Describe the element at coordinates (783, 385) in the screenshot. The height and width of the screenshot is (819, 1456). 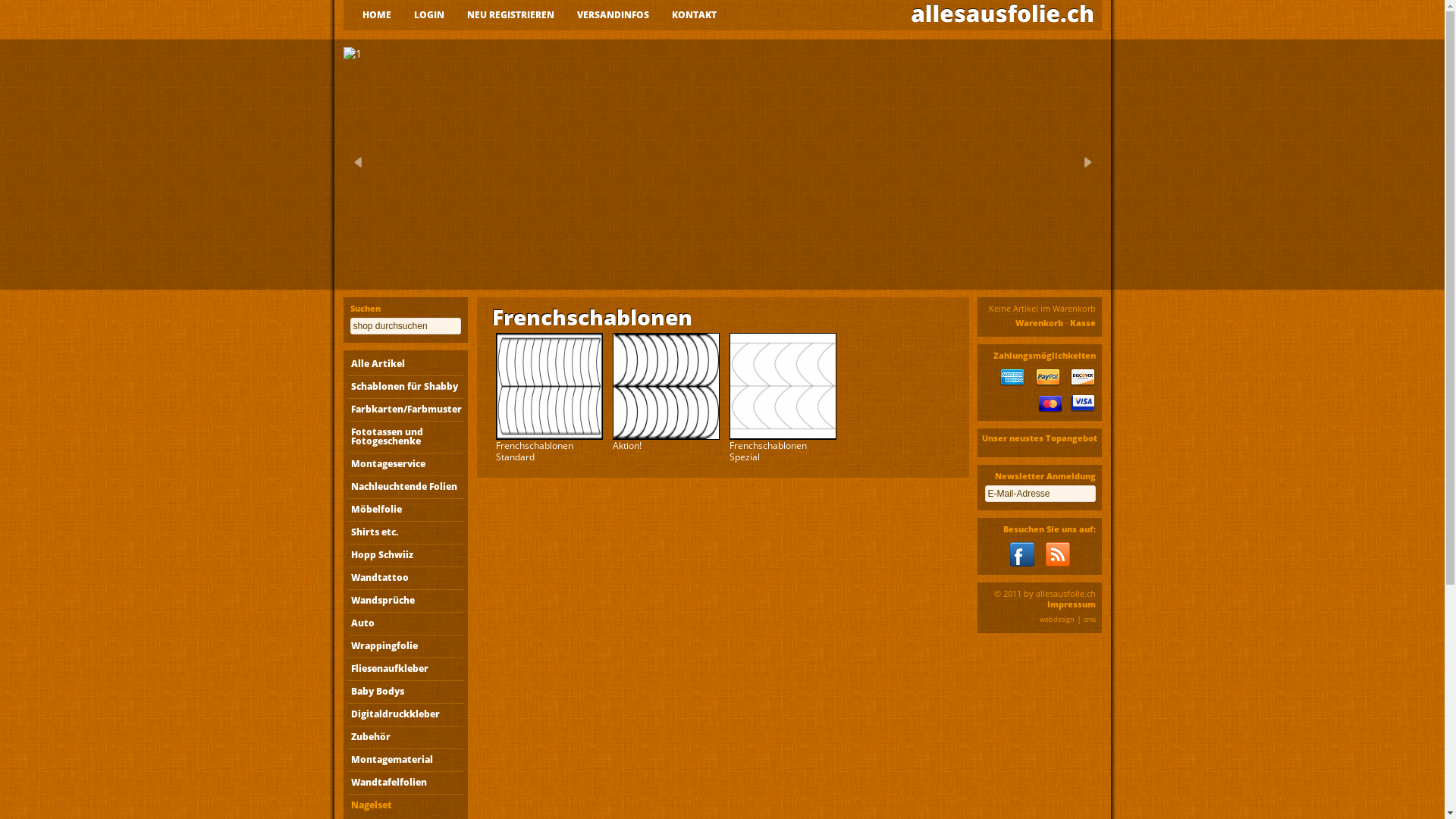
I see `' Frenchschablonen Spezial '` at that location.